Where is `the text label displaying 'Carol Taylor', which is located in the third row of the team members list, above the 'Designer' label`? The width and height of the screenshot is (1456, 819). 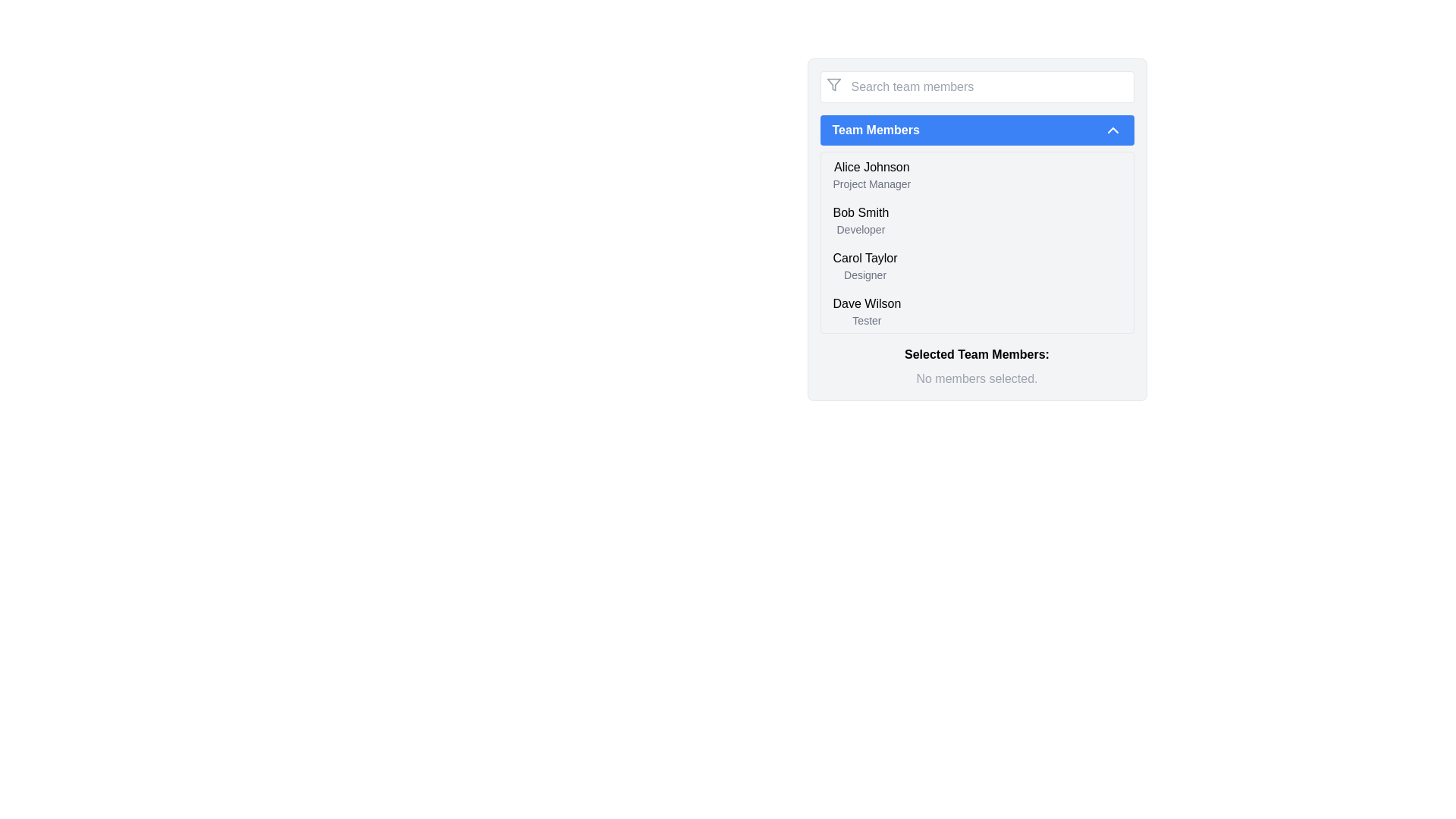 the text label displaying 'Carol Taylor', which is located in the third row of the team members list, above the 'Designer' label is located at coordinates (865, 257).